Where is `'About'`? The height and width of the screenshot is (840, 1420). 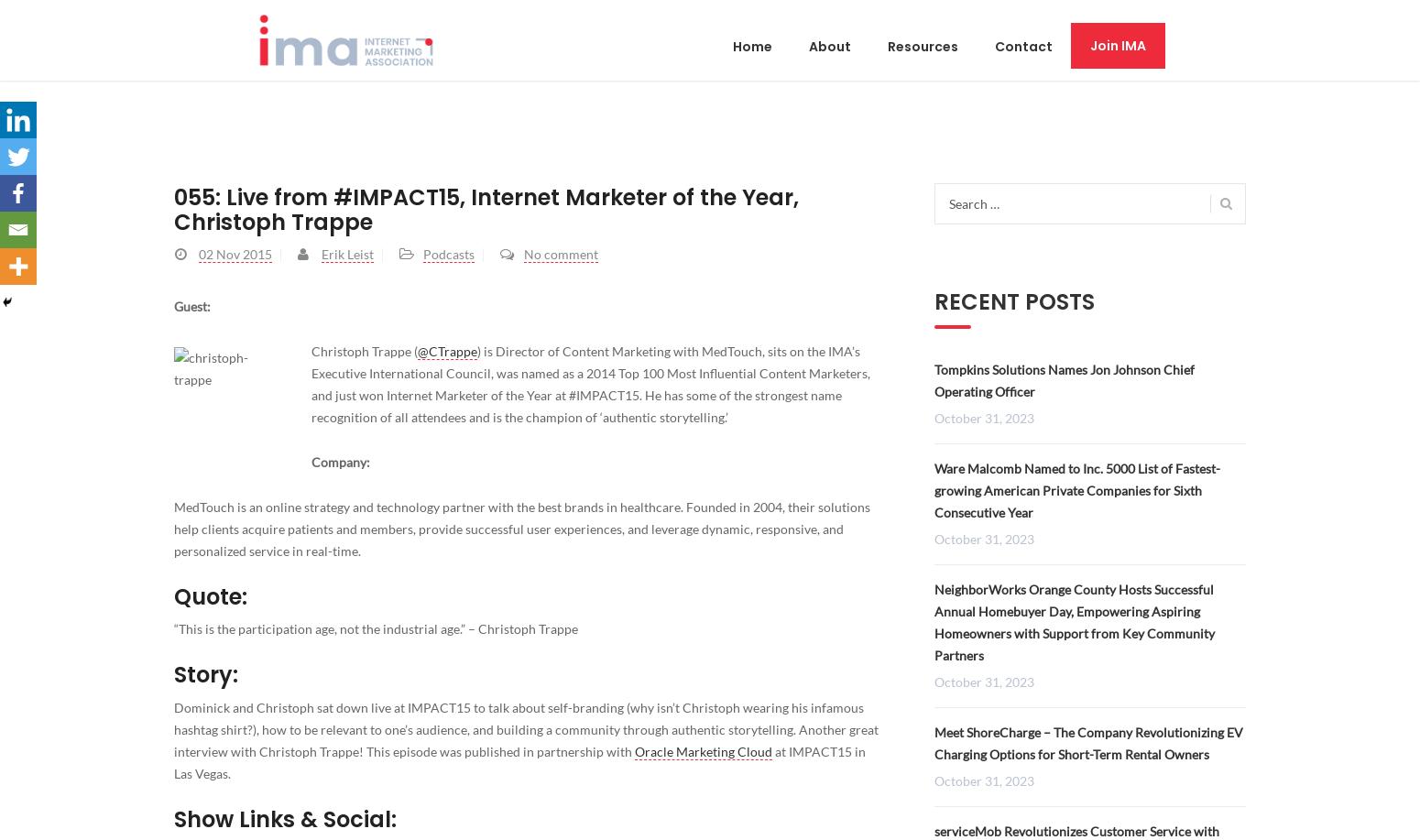
'About' is located at coordinates (829, 46).